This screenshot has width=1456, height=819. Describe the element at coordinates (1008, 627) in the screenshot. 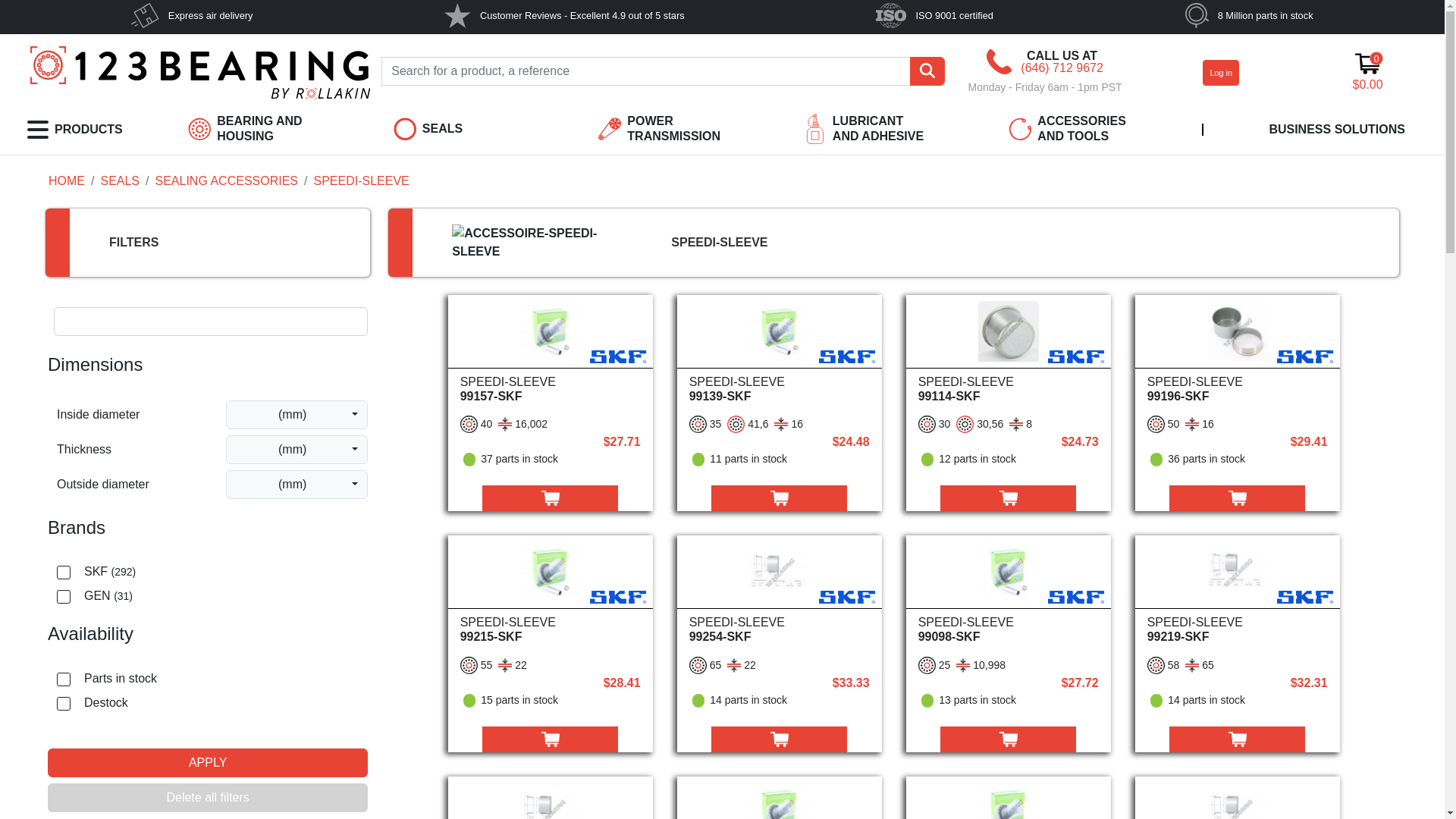

I see `'SPEEDI-SLEEVE` at that location.